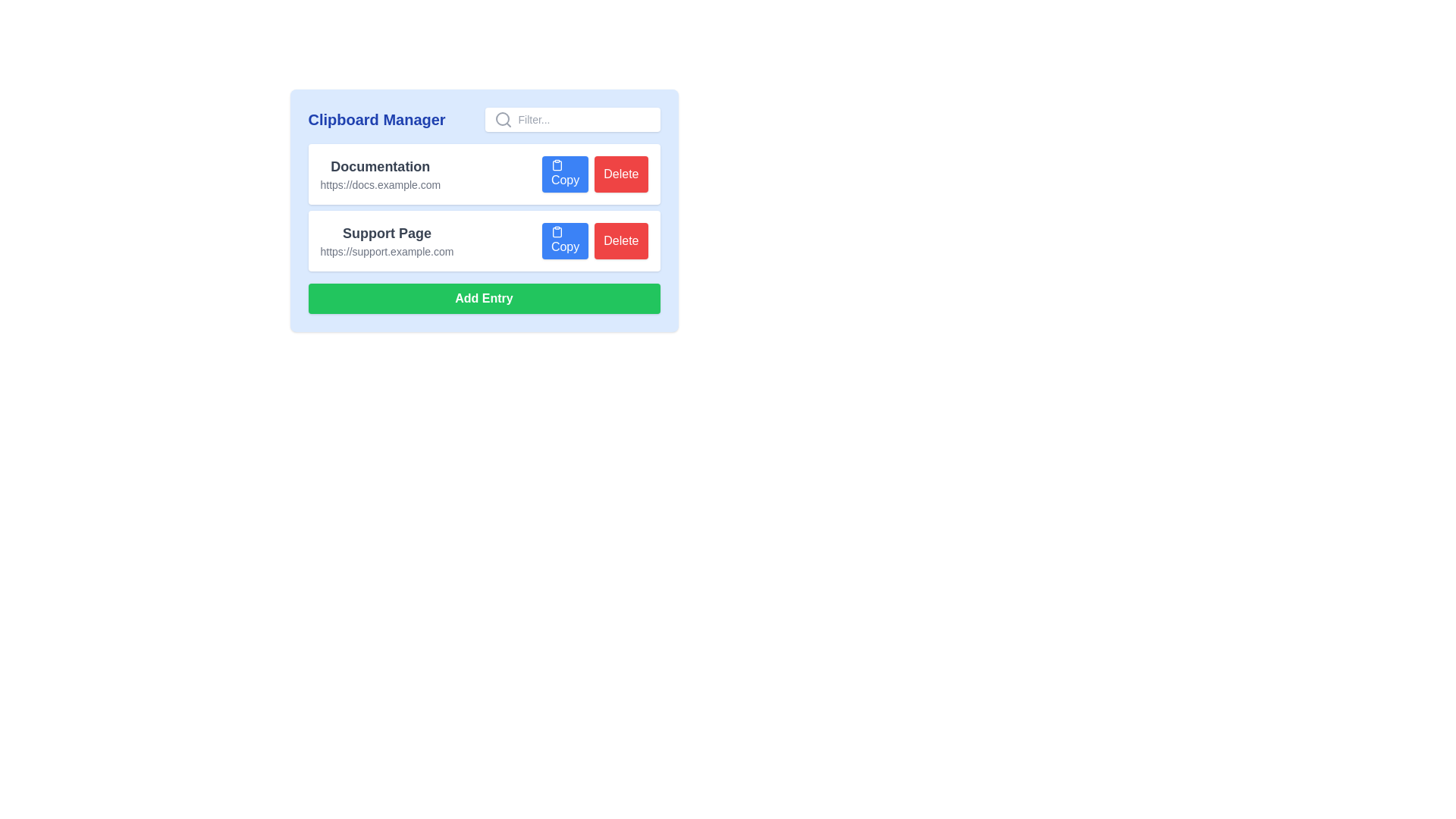 This screenshot has width=1456, height=819. I want to click on the 'Add New Entry' button located at the bottom of the content card, below the 'Documentation' and 'Support Page' sections, so click(483, 298).